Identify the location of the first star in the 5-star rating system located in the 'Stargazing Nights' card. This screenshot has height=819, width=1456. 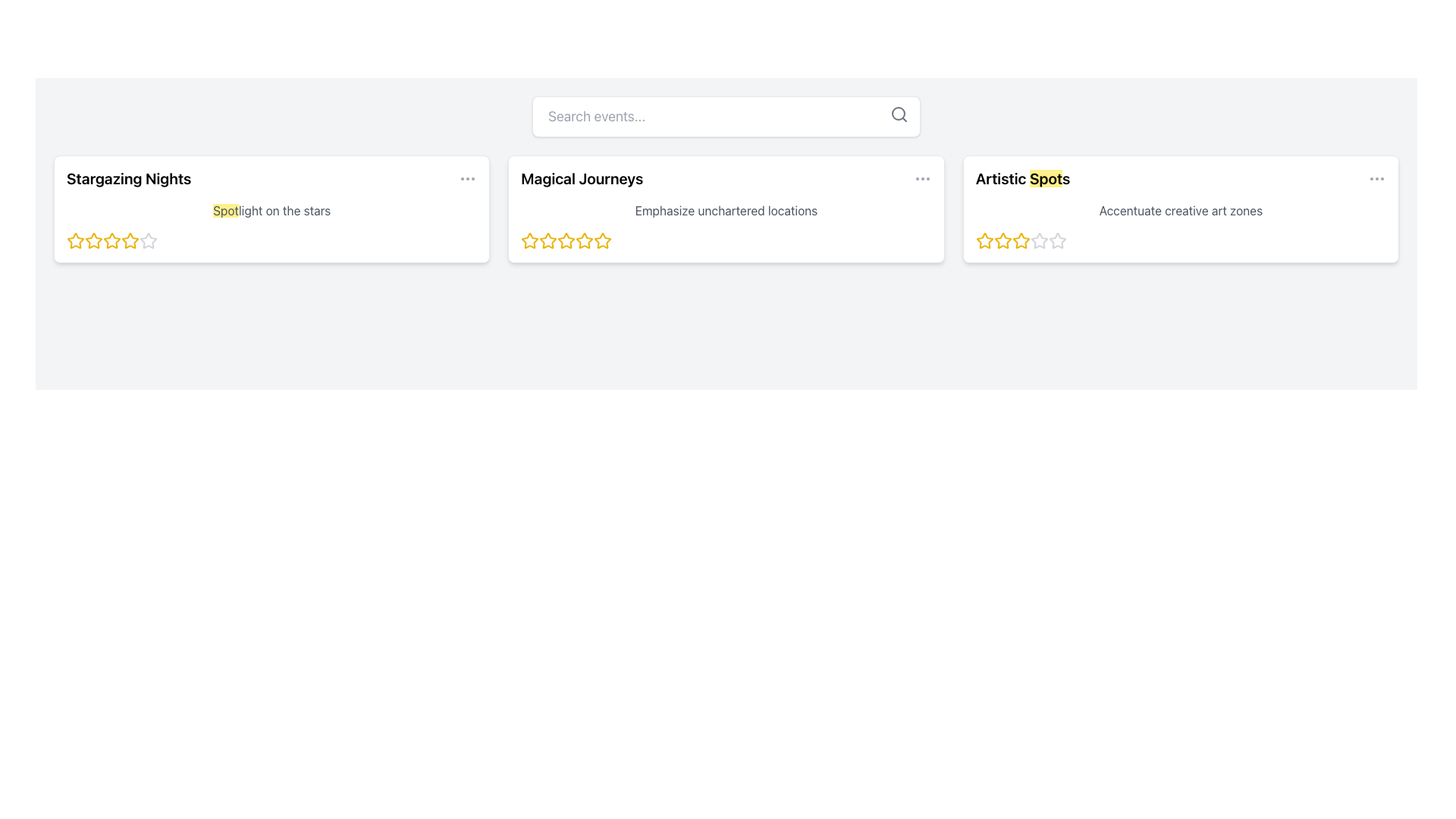
(75, 240).